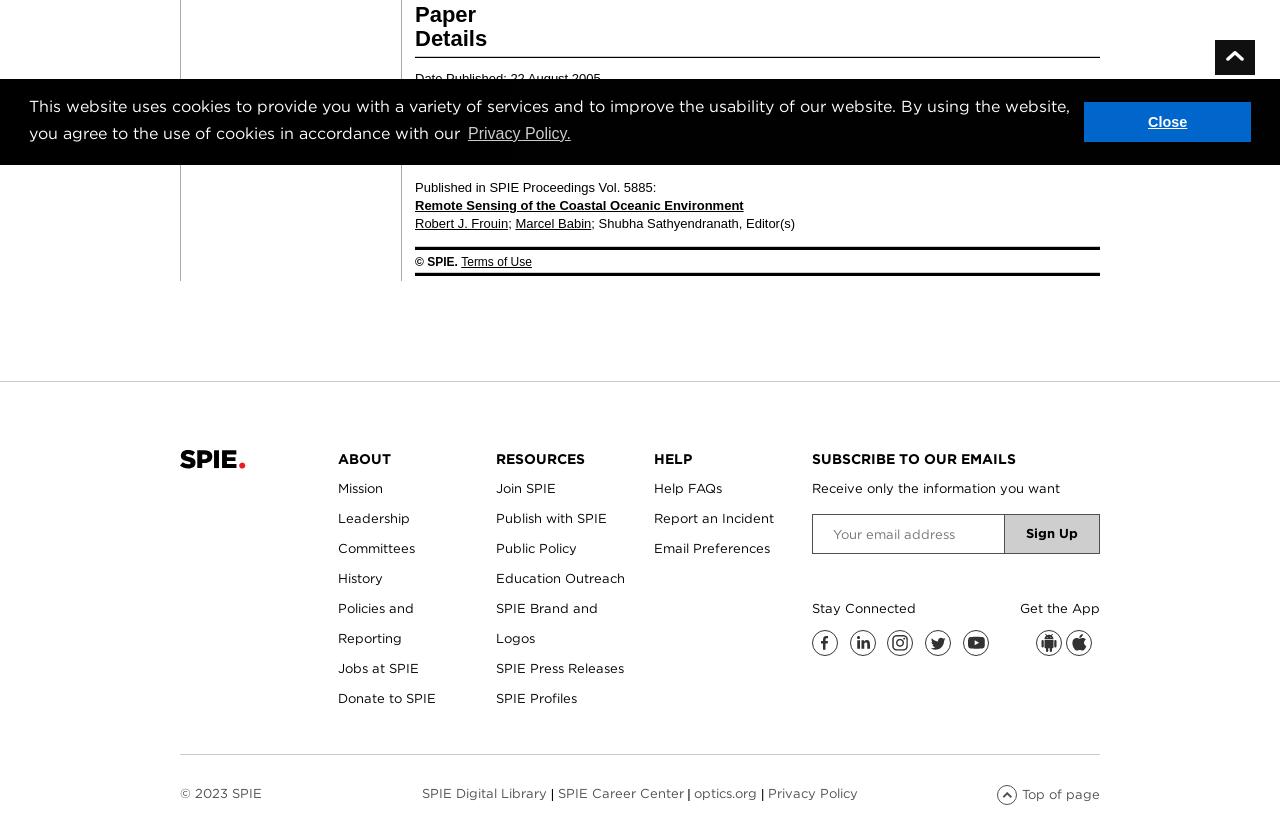 This screenshot has height=835, width=1280. Describe the element at coordinates (496, 261) in the screenshot. I see `'Terms of Use'` at that location.